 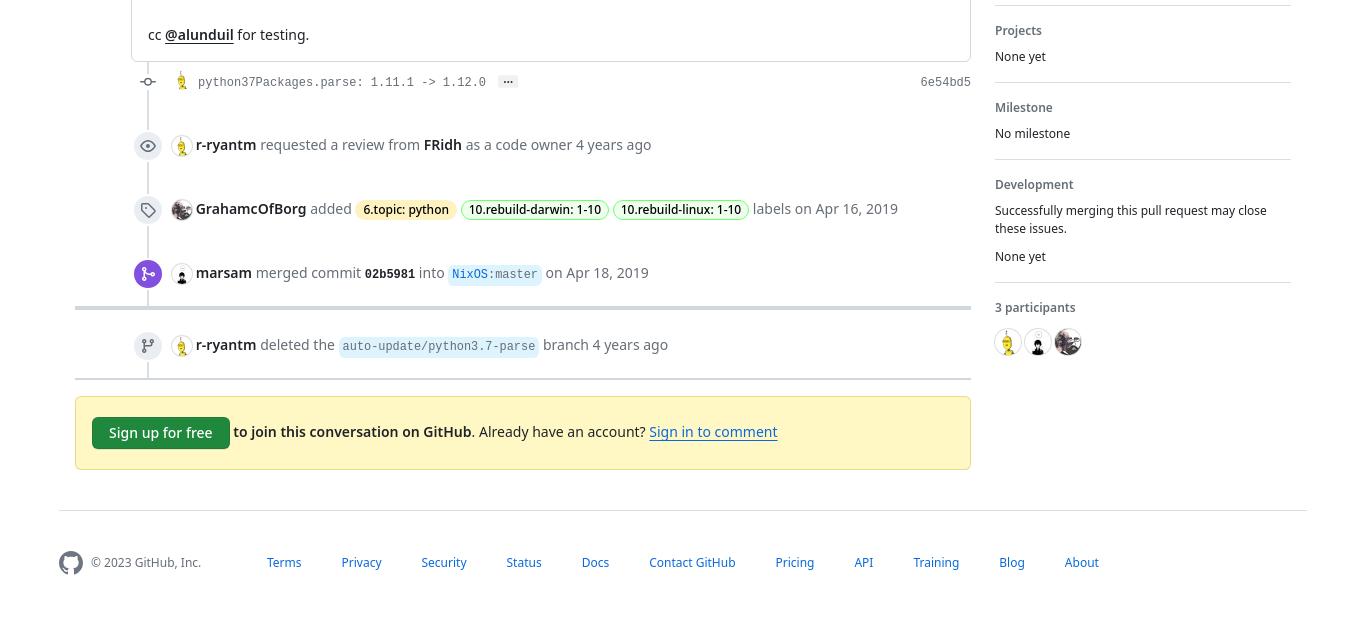 I want to click on 'marsam', so click(x=222, y=270).